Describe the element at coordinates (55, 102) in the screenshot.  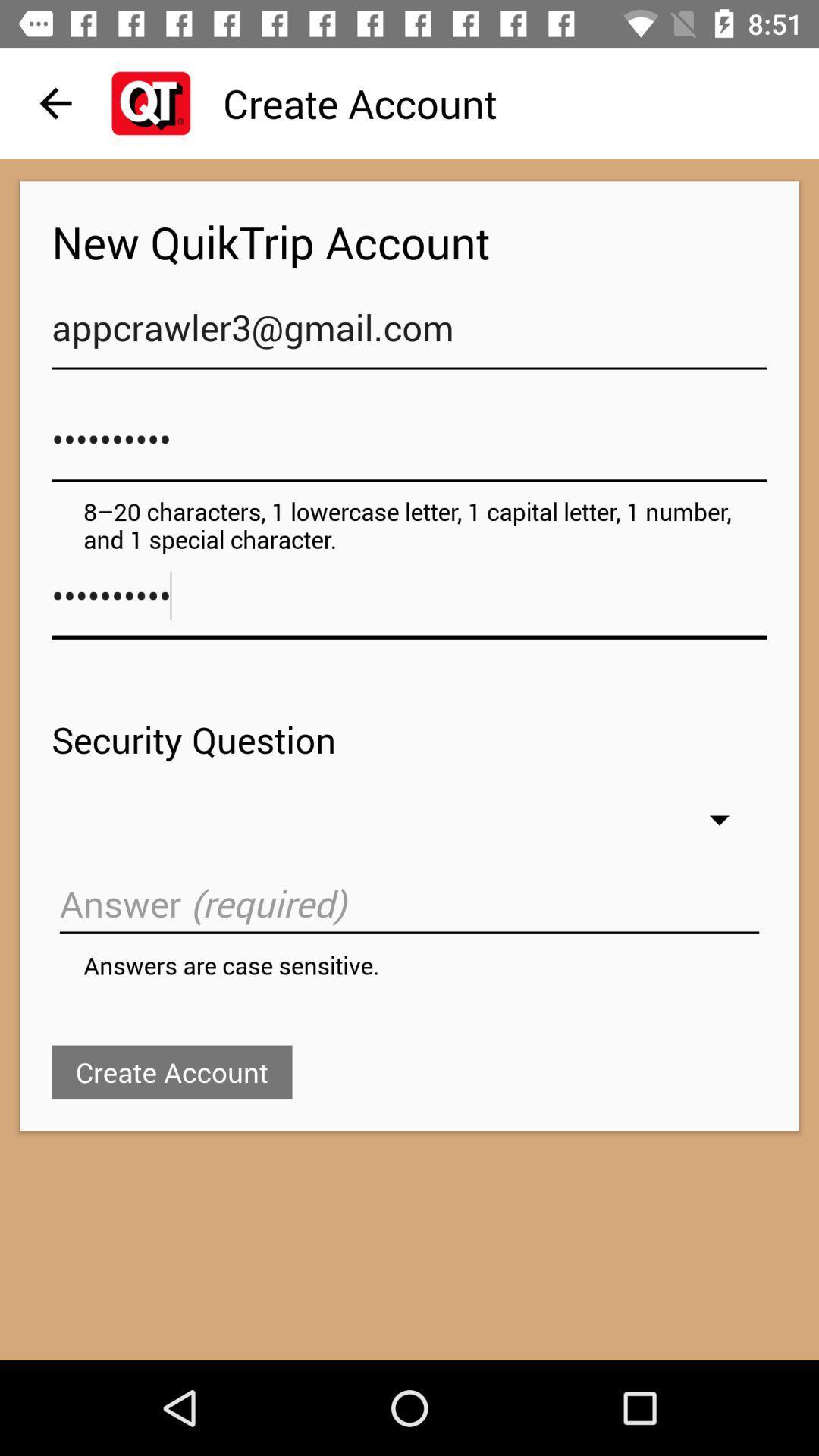
I see `the icon above the new quiktrip account icon` at that location.